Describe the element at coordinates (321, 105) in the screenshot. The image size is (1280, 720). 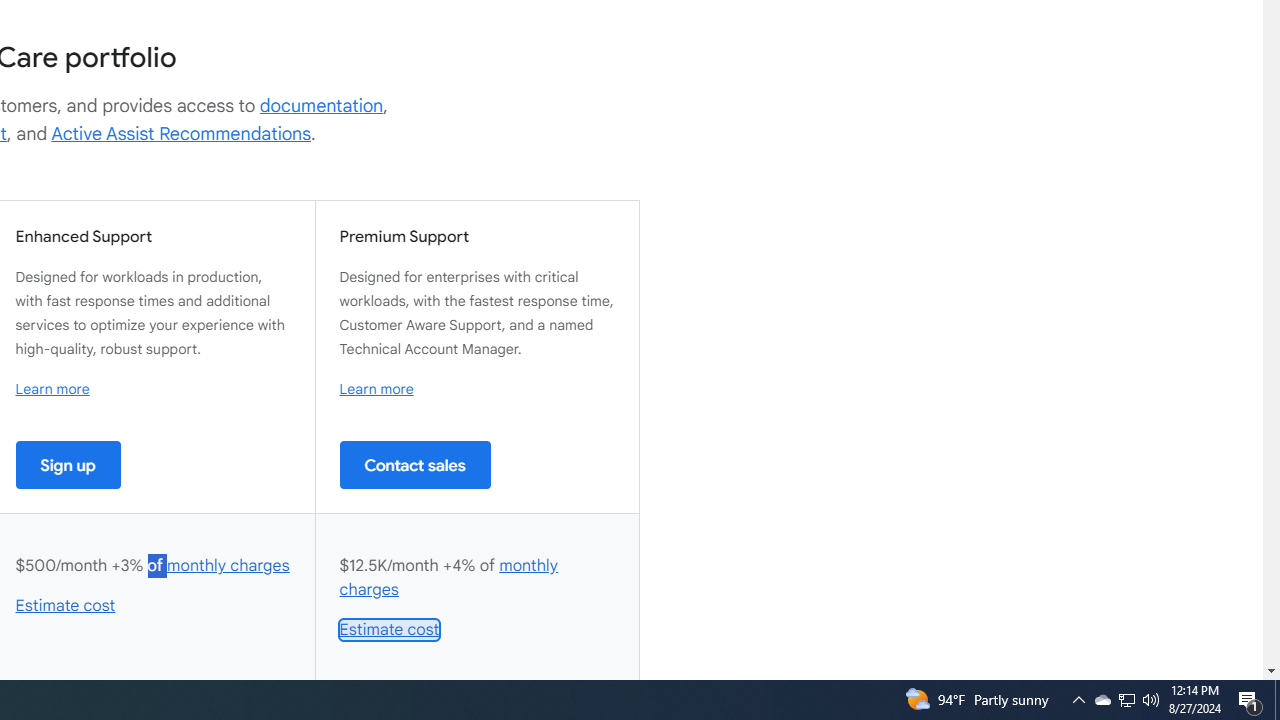
I see `'documentation'` at that location.